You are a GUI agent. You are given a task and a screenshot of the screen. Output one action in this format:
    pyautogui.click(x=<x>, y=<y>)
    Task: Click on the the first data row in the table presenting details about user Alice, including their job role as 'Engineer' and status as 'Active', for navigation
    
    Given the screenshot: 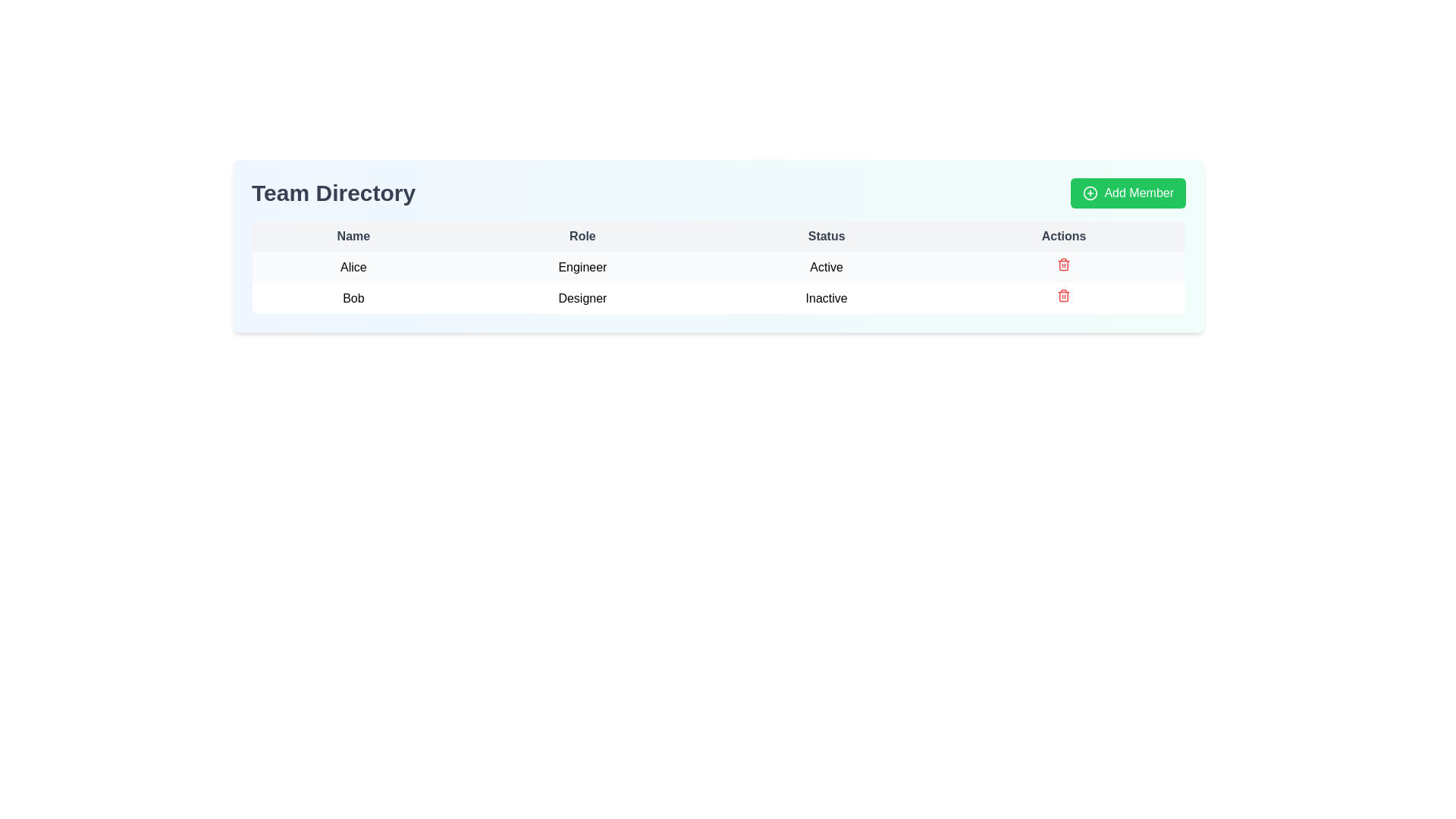 What is the action you would take?
    pyautogui.click(x=718, y=283)
    